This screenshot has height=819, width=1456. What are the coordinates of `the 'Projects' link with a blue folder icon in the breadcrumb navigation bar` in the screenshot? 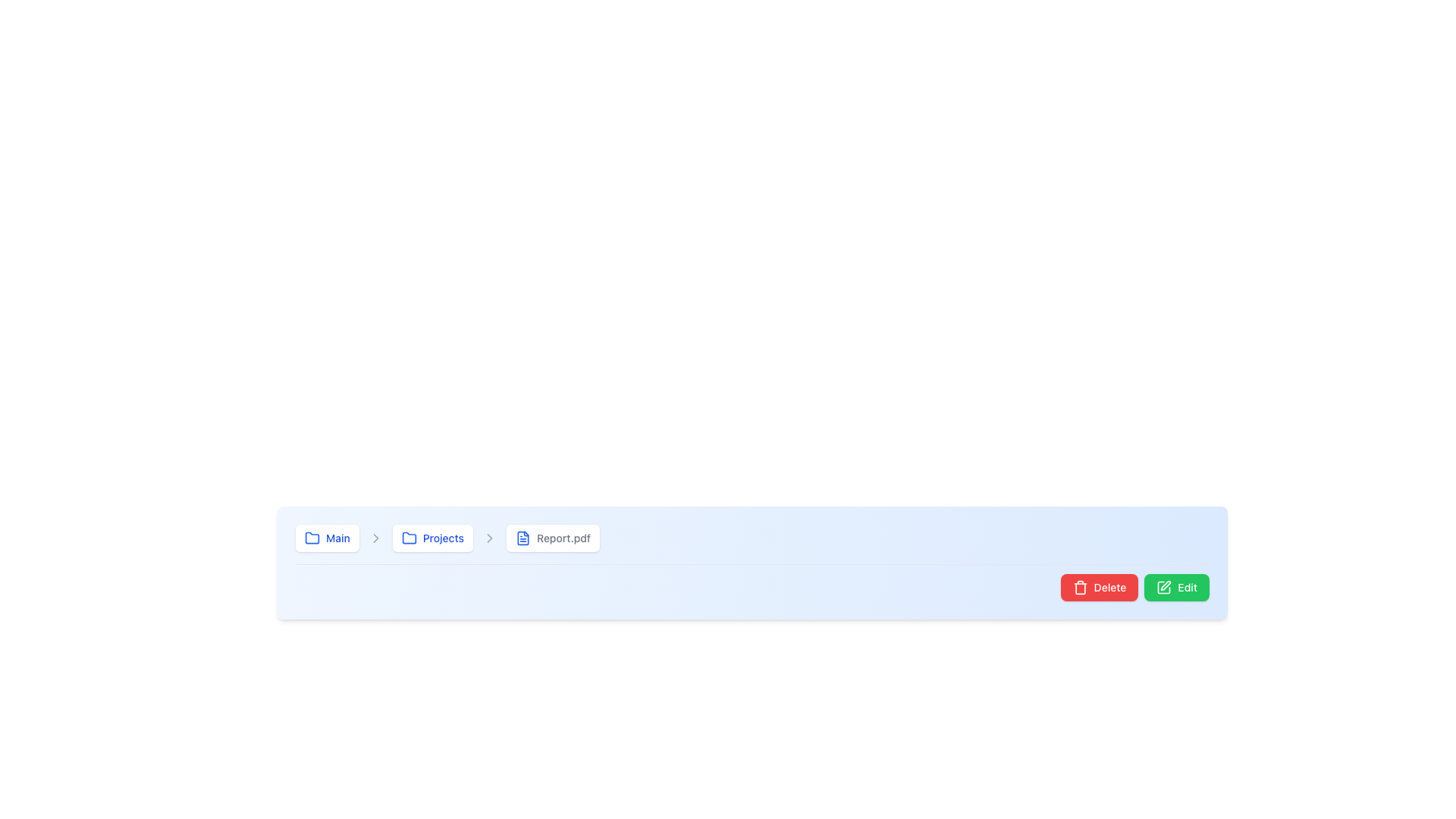 It's located at (431, 537).